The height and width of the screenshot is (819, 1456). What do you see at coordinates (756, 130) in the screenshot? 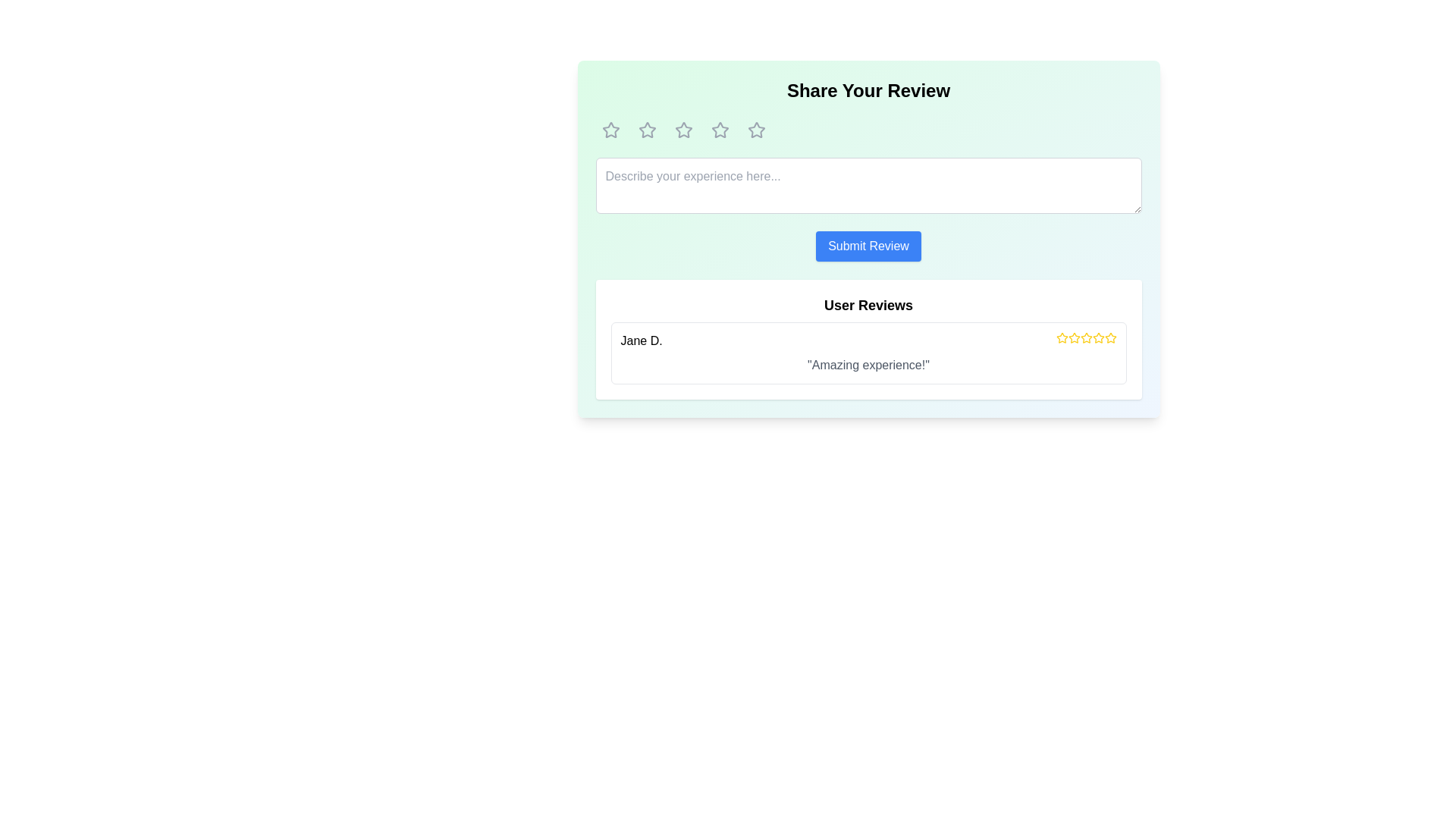
I see `the 5th star icon in the rating system` at bounding box center [756, 130].